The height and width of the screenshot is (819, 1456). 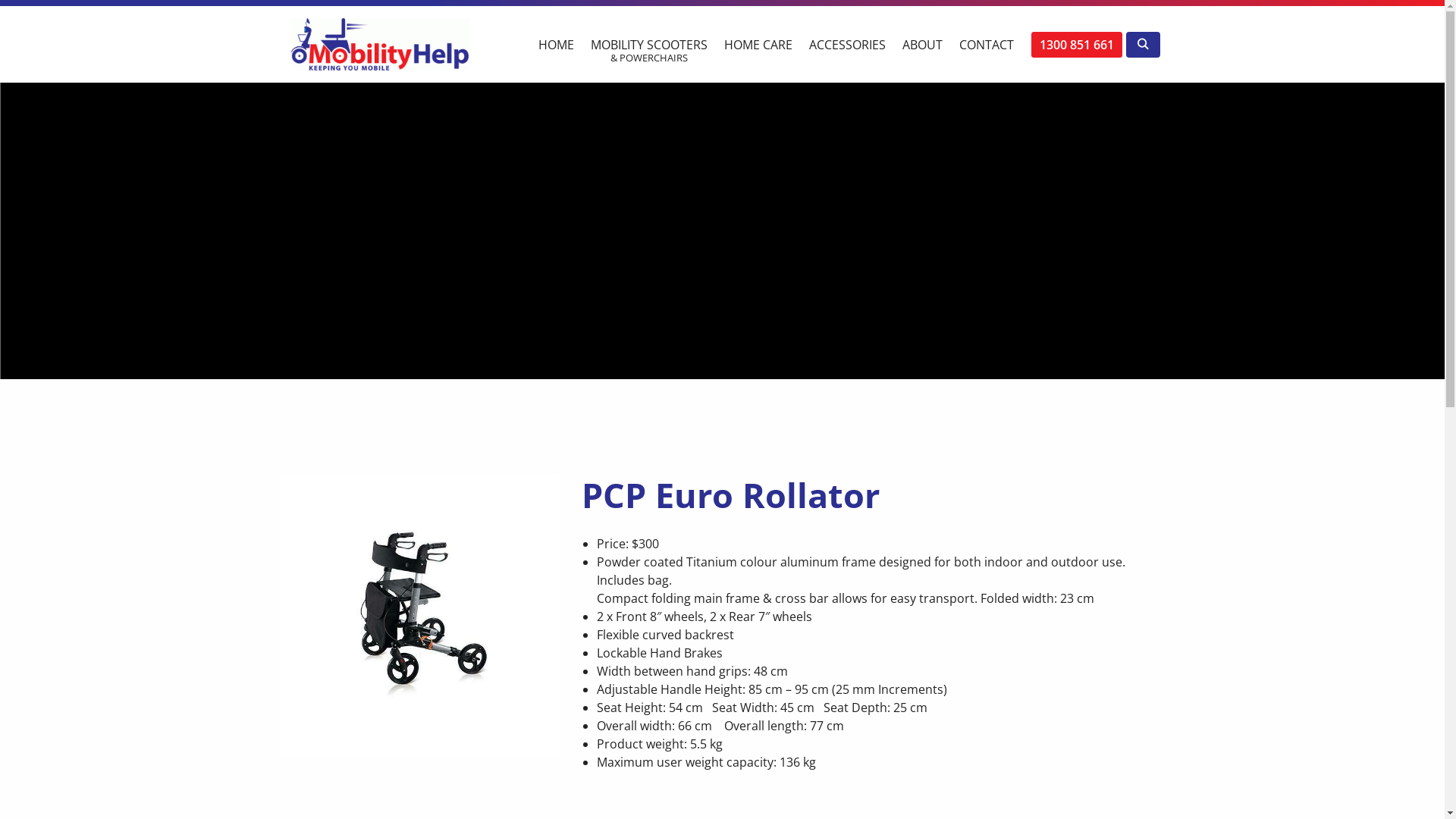 I want to click on 'CONTACT', so click(x=986, y=36).